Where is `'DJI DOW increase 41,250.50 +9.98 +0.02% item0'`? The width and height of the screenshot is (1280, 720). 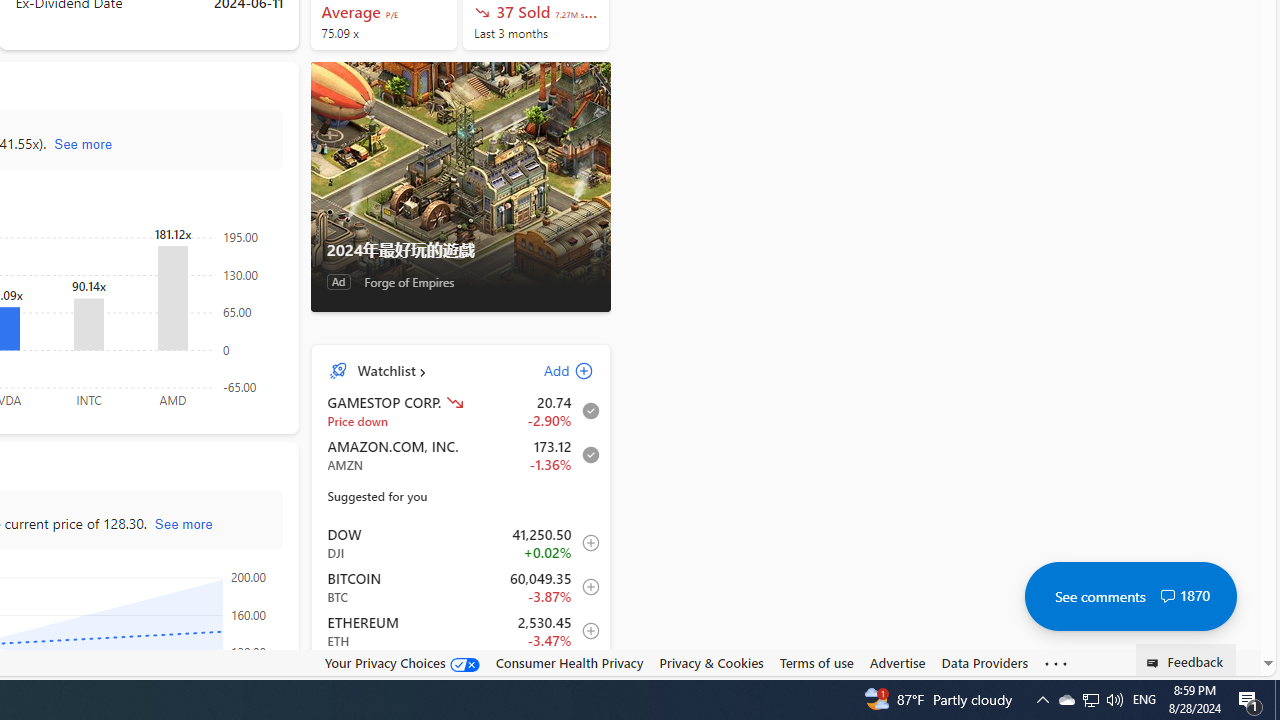
'DJI DOW increase 41,250.50 +9.98 +0.02% item0' is located at coordinates (460, 543).